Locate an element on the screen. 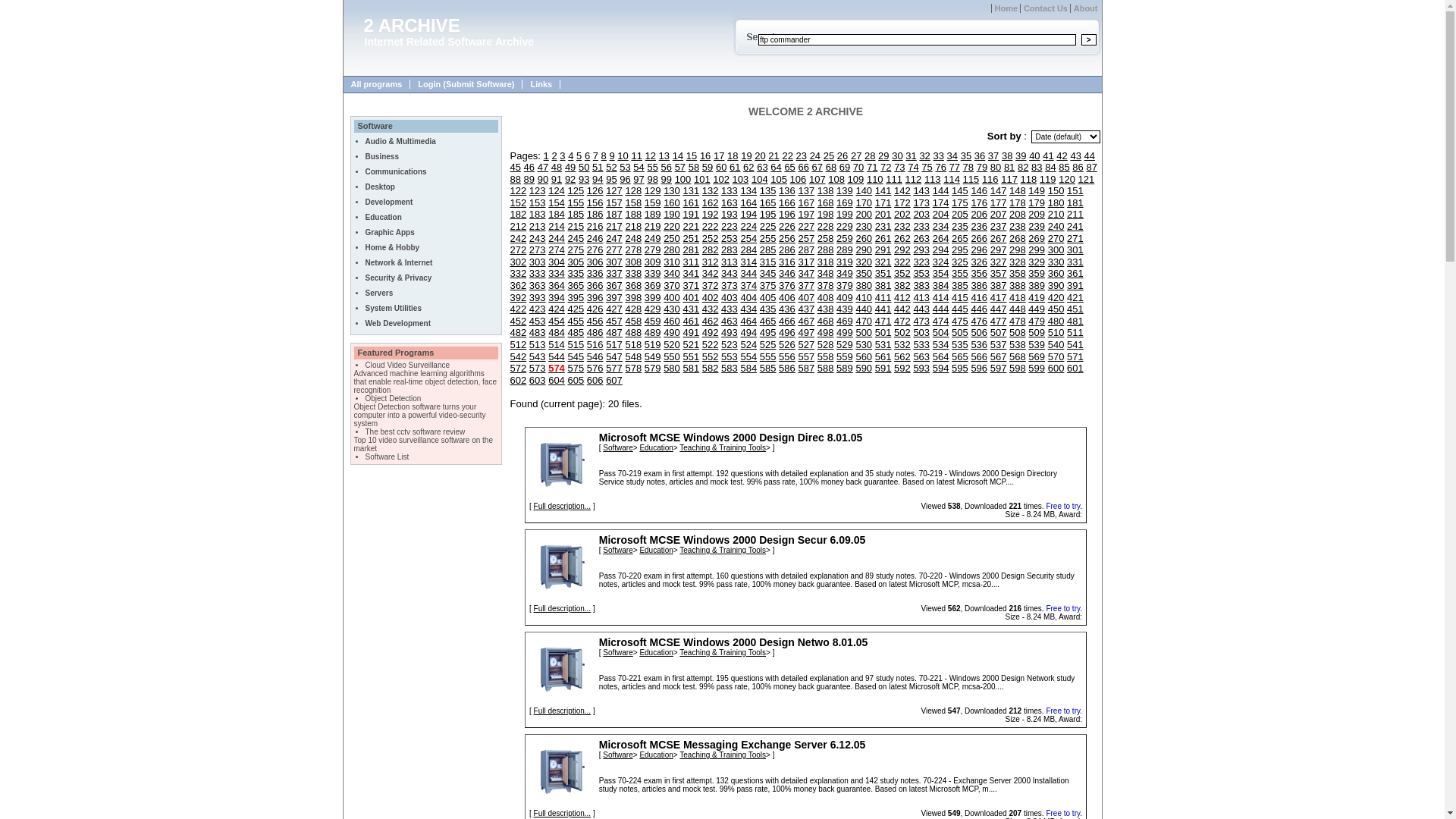 The height and width of the screenshot is (819, 1456). '310' is located at coordinates (663, 261).